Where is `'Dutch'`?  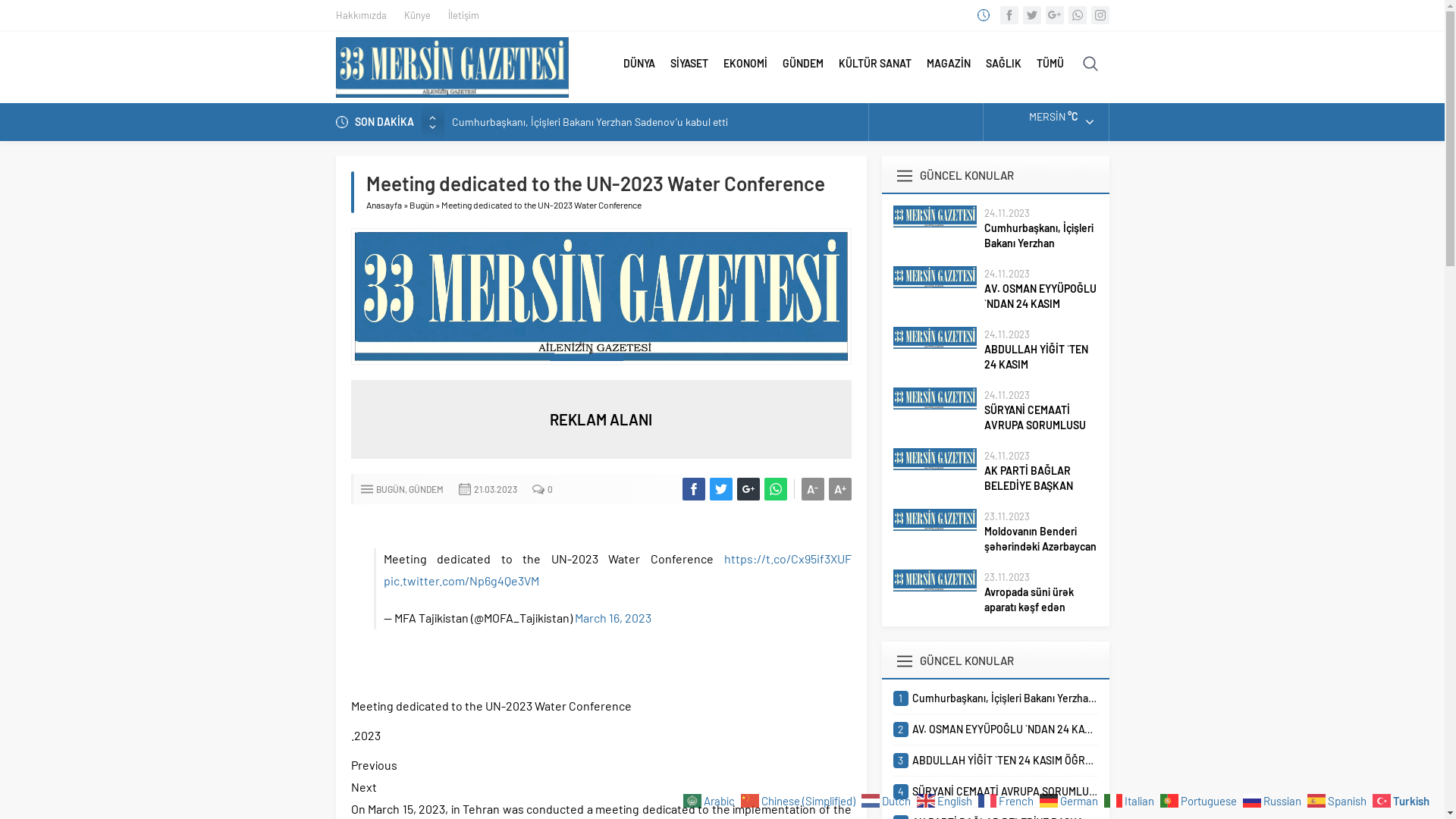 'Dutch' is located at coordinates (888, 799).